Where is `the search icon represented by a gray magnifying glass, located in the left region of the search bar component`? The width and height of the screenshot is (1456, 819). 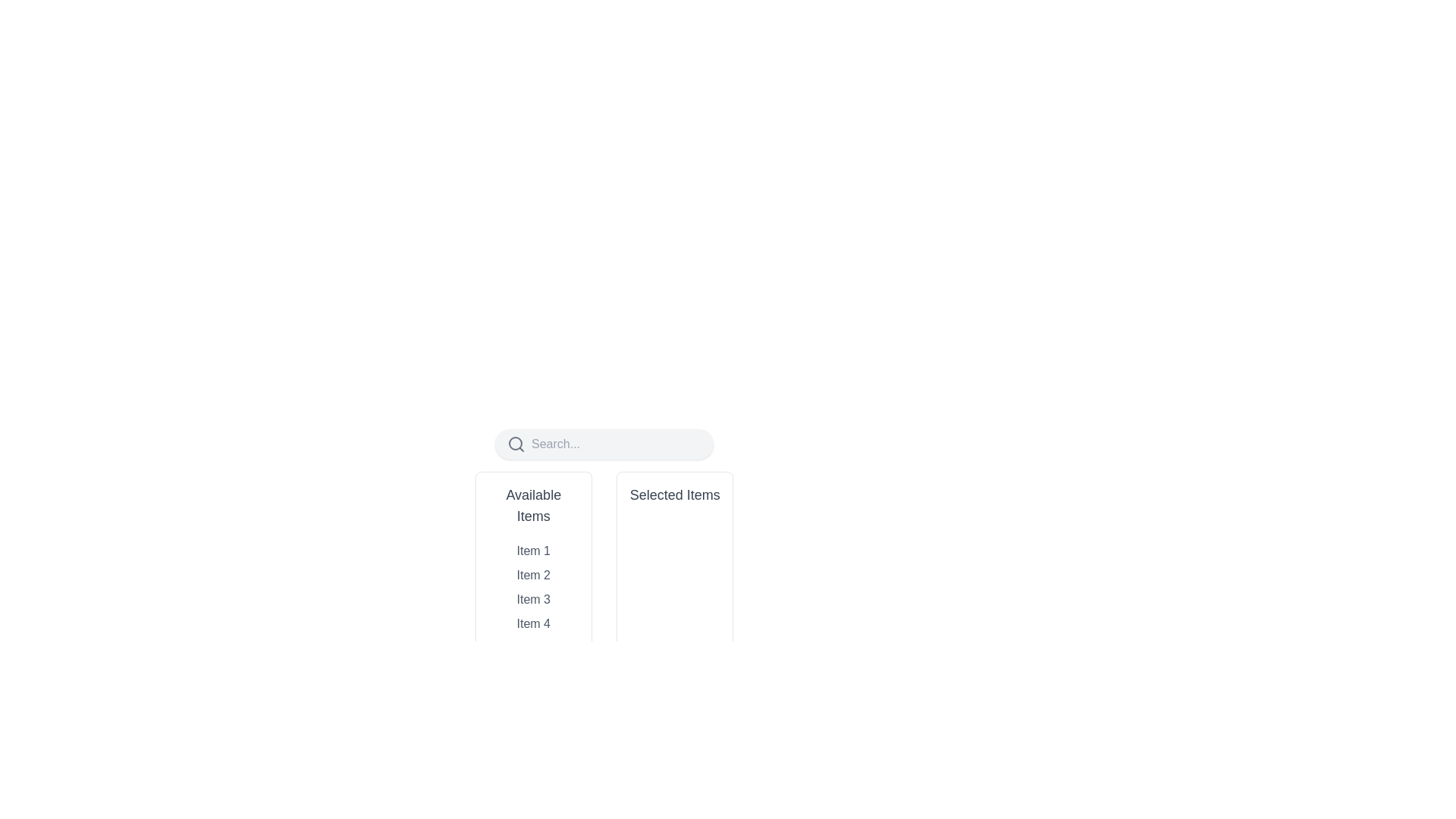 the search icon represented by a gray magnifying glass, located in the left region of the search bar component is located at coordinates (516, 444).